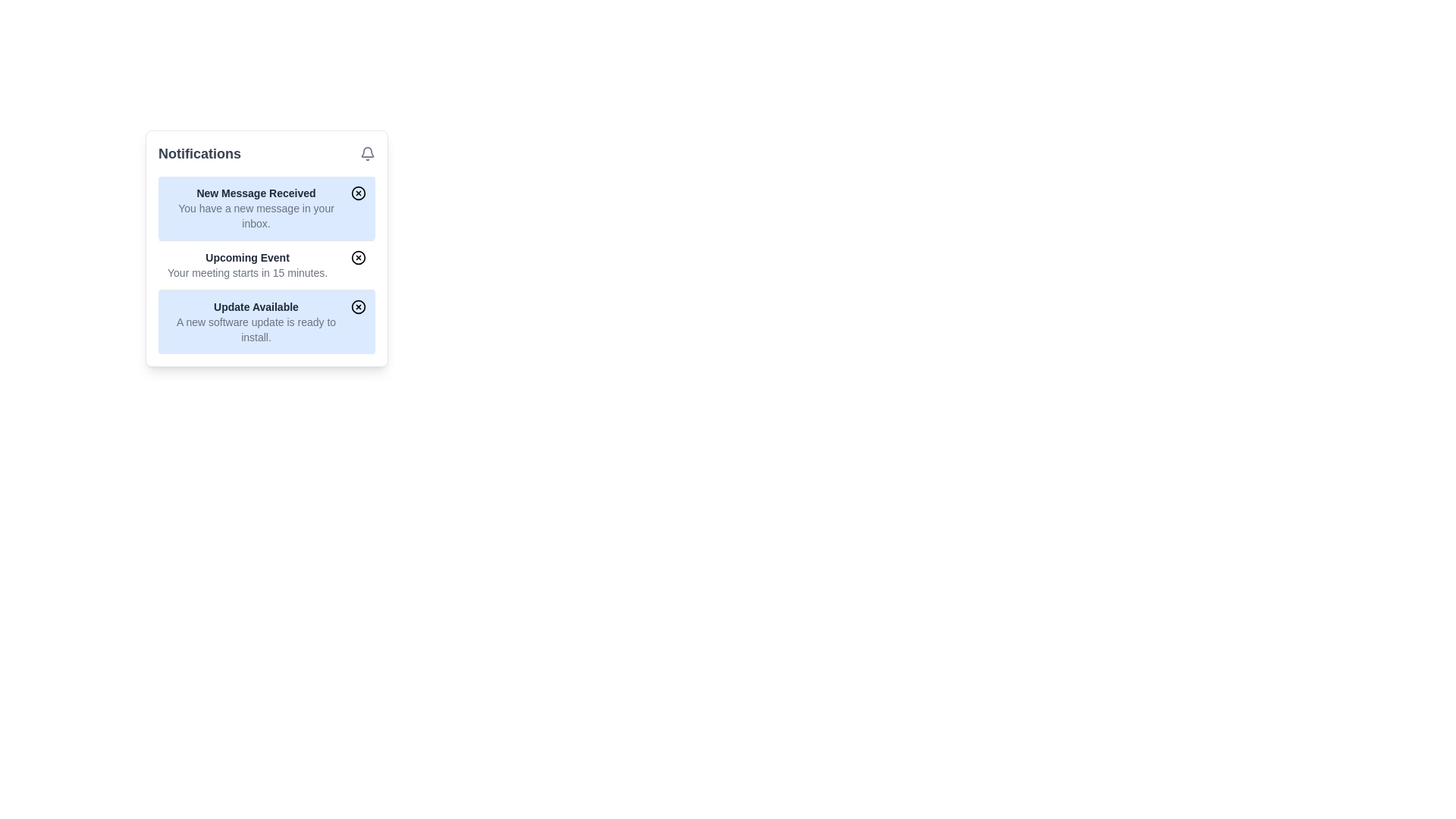  I want to click on the Text label indicating an available update, located at the bottom-most notification in the notification panel, so click(256, 307).